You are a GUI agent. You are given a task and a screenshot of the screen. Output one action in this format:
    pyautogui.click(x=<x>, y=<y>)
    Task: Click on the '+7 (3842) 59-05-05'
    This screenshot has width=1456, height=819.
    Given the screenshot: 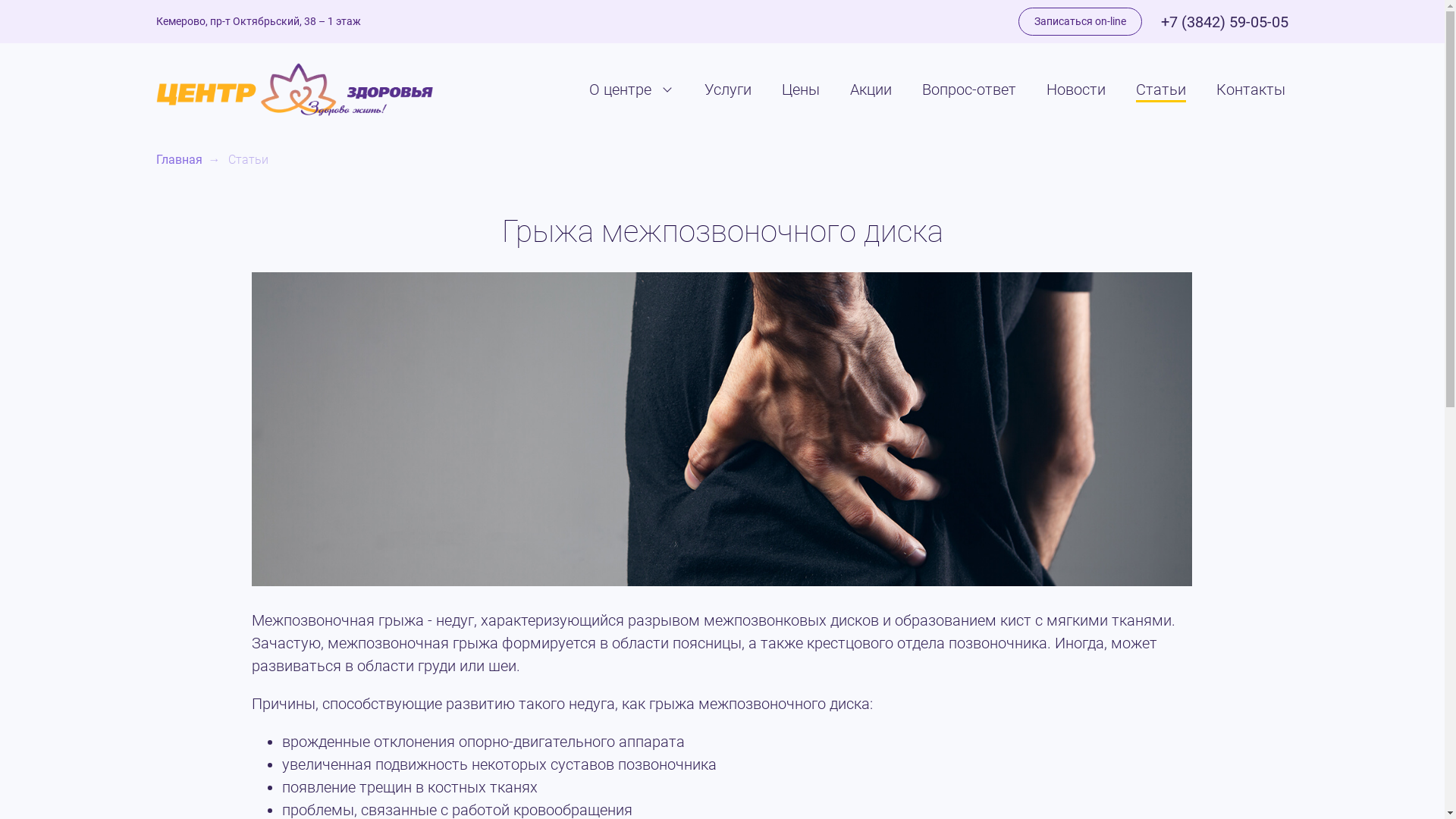 What is the action you would take?
    pyautogui.click(x=1160, y=22)
    